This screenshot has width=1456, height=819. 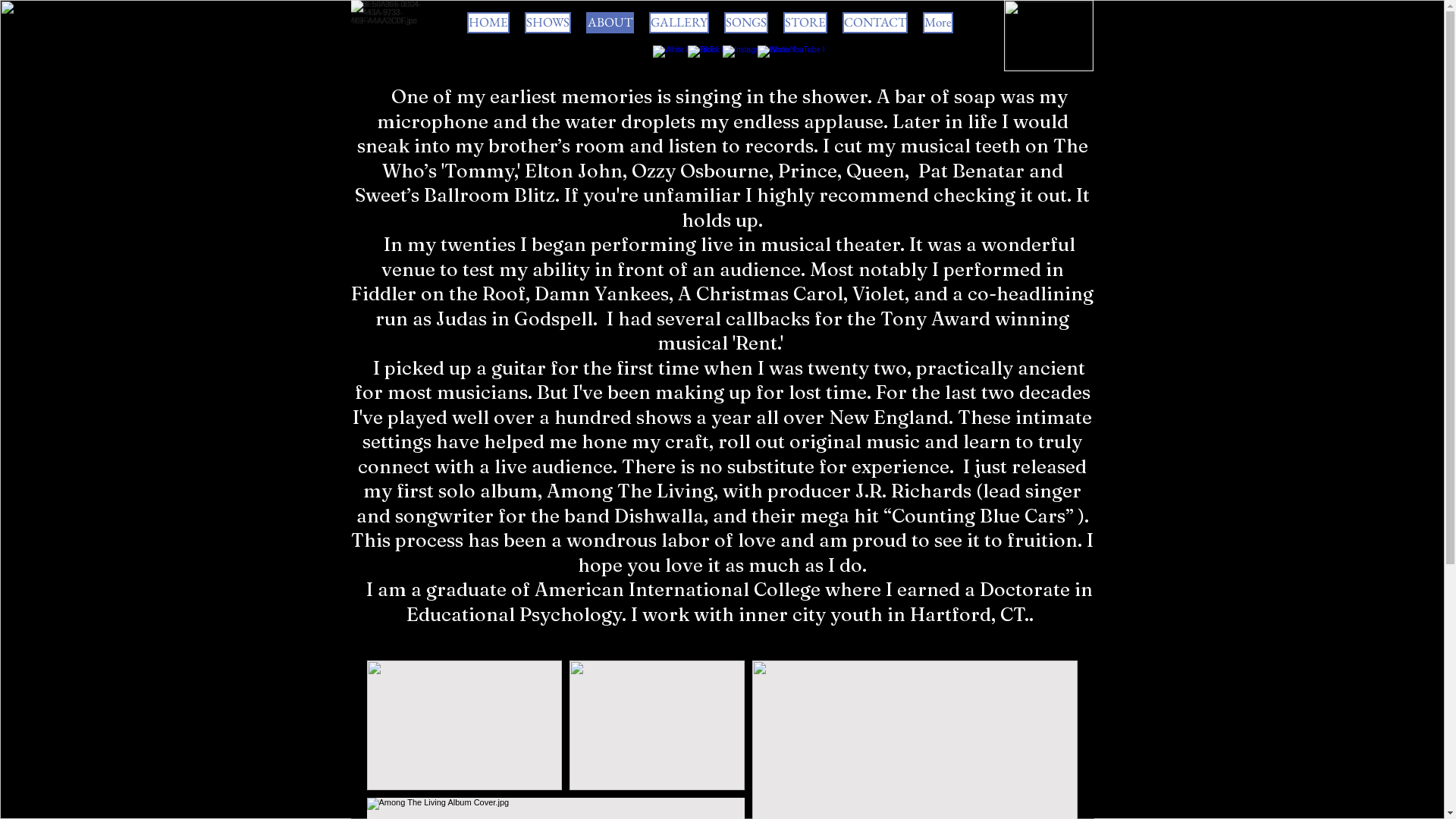 I want to click on 'CONTACT', so click(x=874, y=23).